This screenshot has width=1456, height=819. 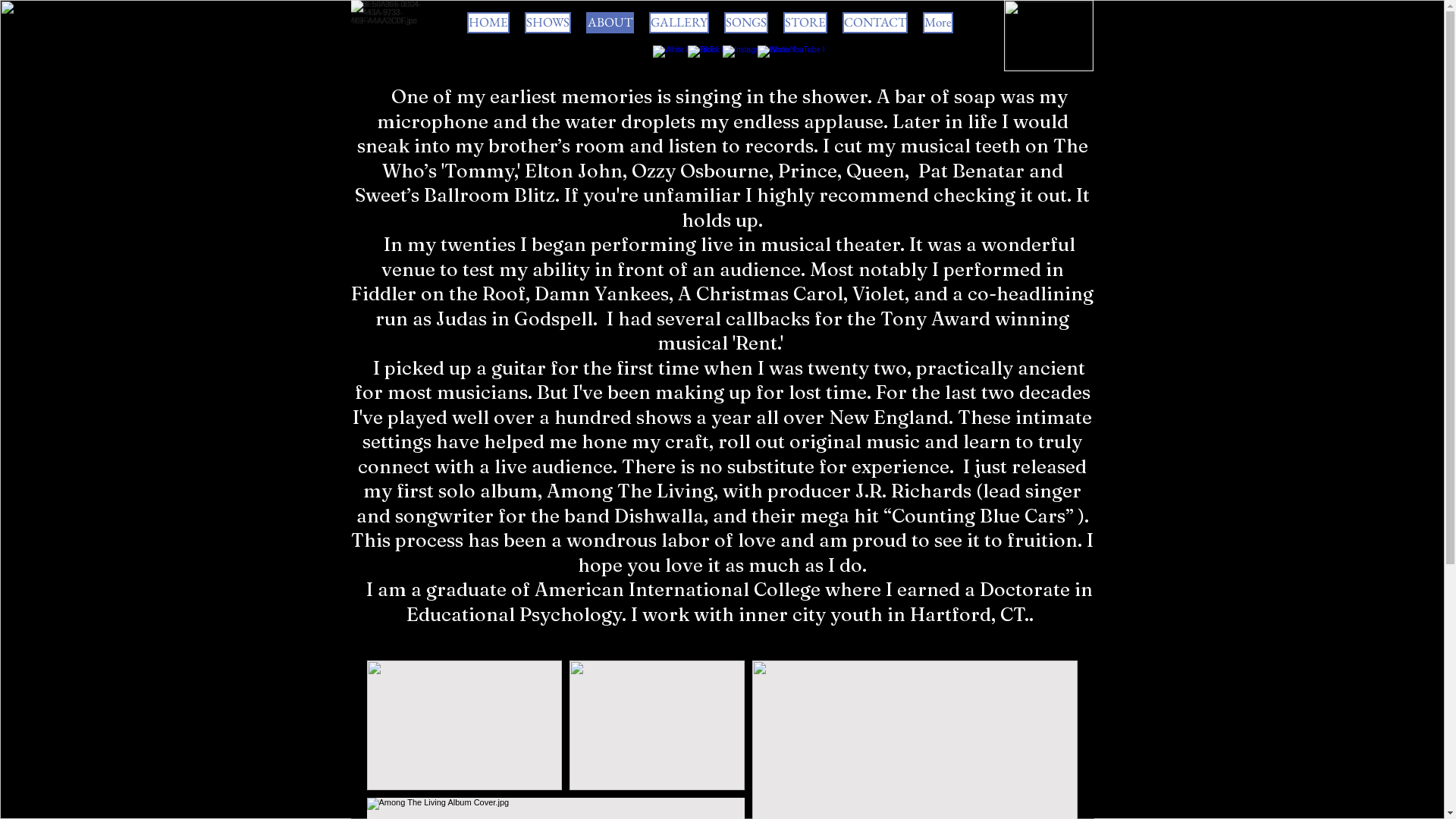 I want to click on 'CONTACT', so click(x=874, y=23).